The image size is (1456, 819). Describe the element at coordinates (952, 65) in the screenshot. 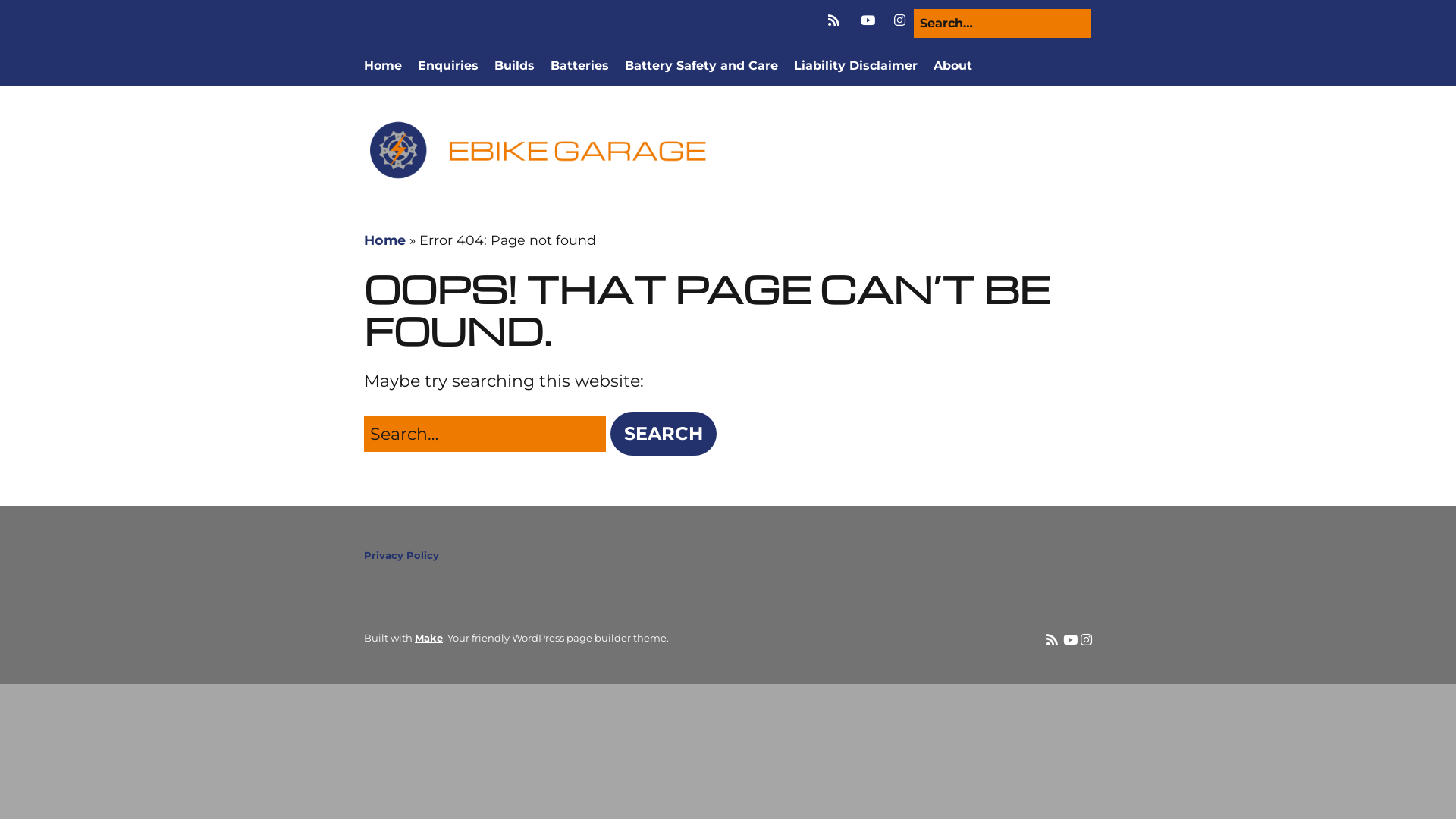

I see `'About'` at that location.